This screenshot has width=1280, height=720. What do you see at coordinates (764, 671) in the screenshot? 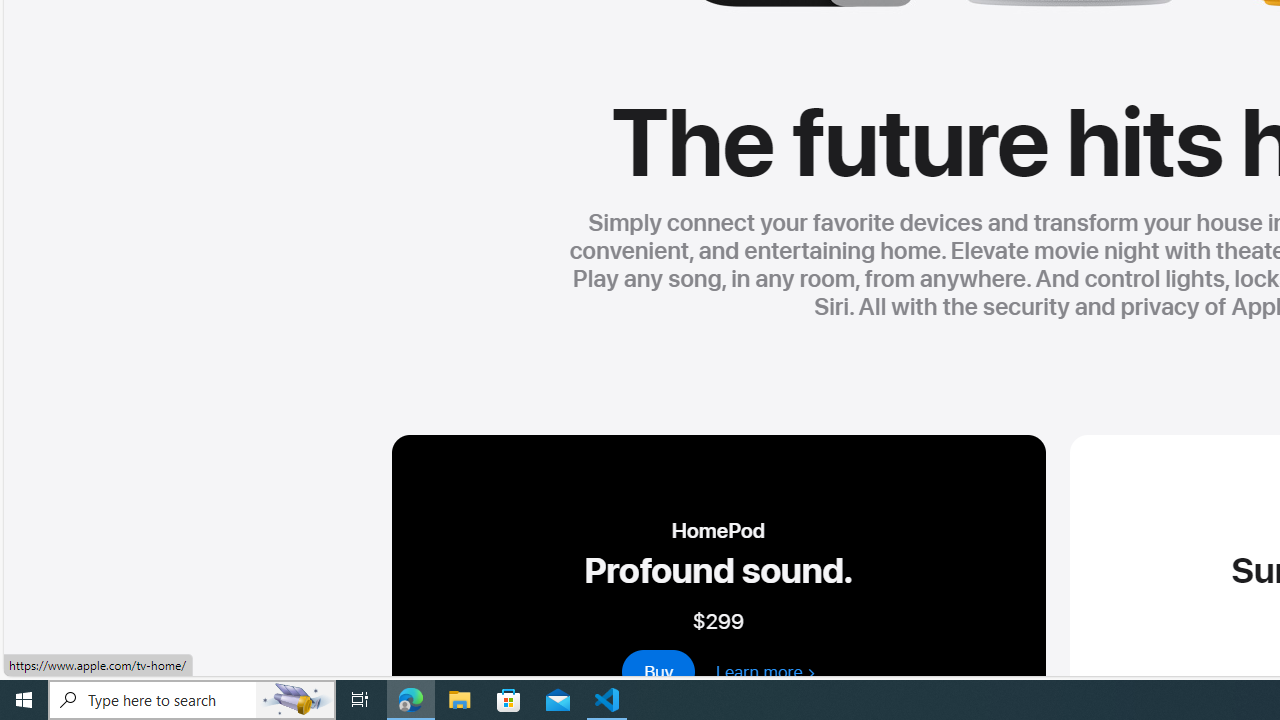
I see `'learn more about homepod 2nd generation'` at bounding box center [764, 671].